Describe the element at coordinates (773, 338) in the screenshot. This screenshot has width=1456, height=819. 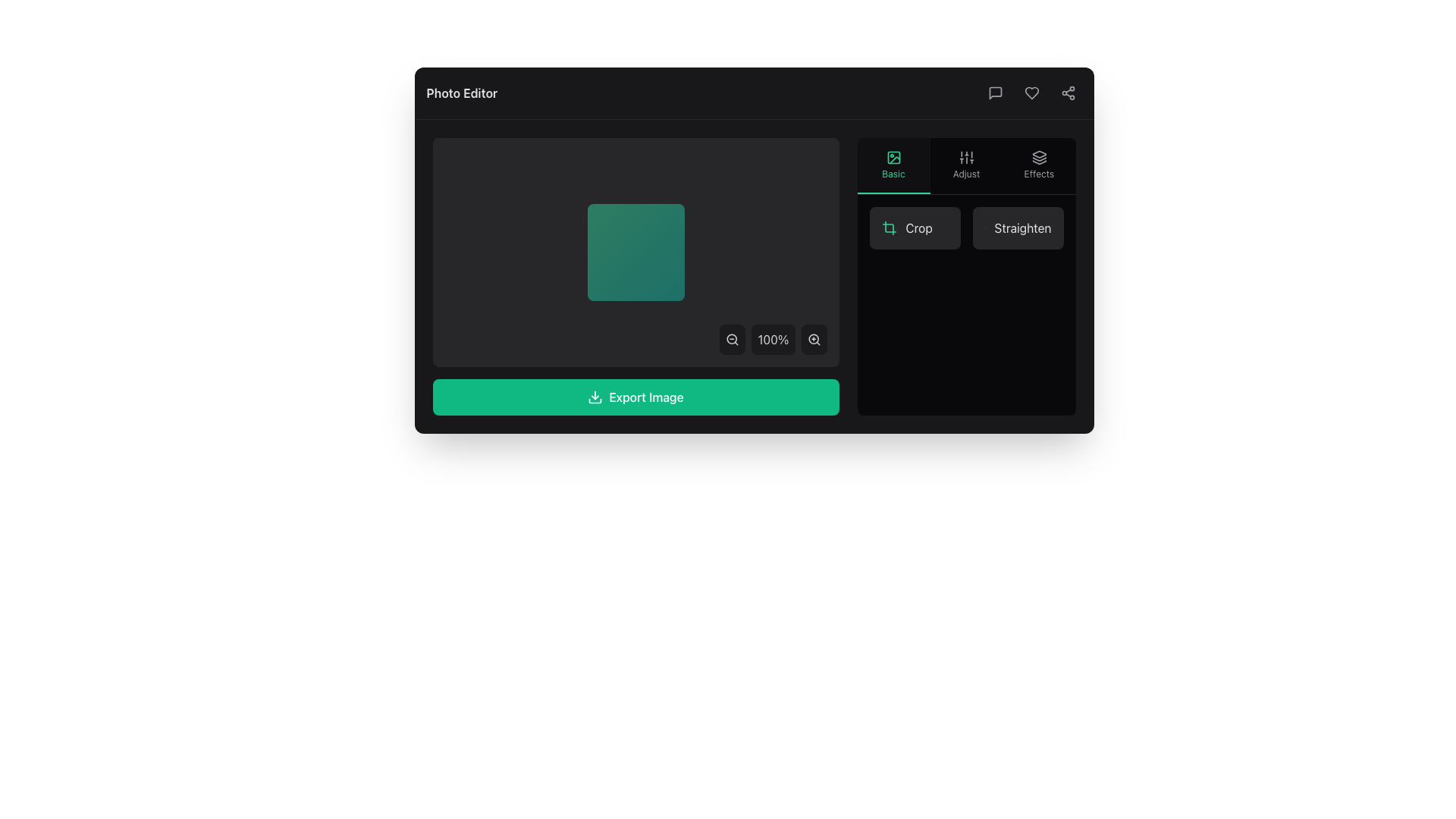
I see `displayed zoom percentage from the Label in the bottom-right corner of the application, which shows the current zoom level between the zoom controls` at that location.